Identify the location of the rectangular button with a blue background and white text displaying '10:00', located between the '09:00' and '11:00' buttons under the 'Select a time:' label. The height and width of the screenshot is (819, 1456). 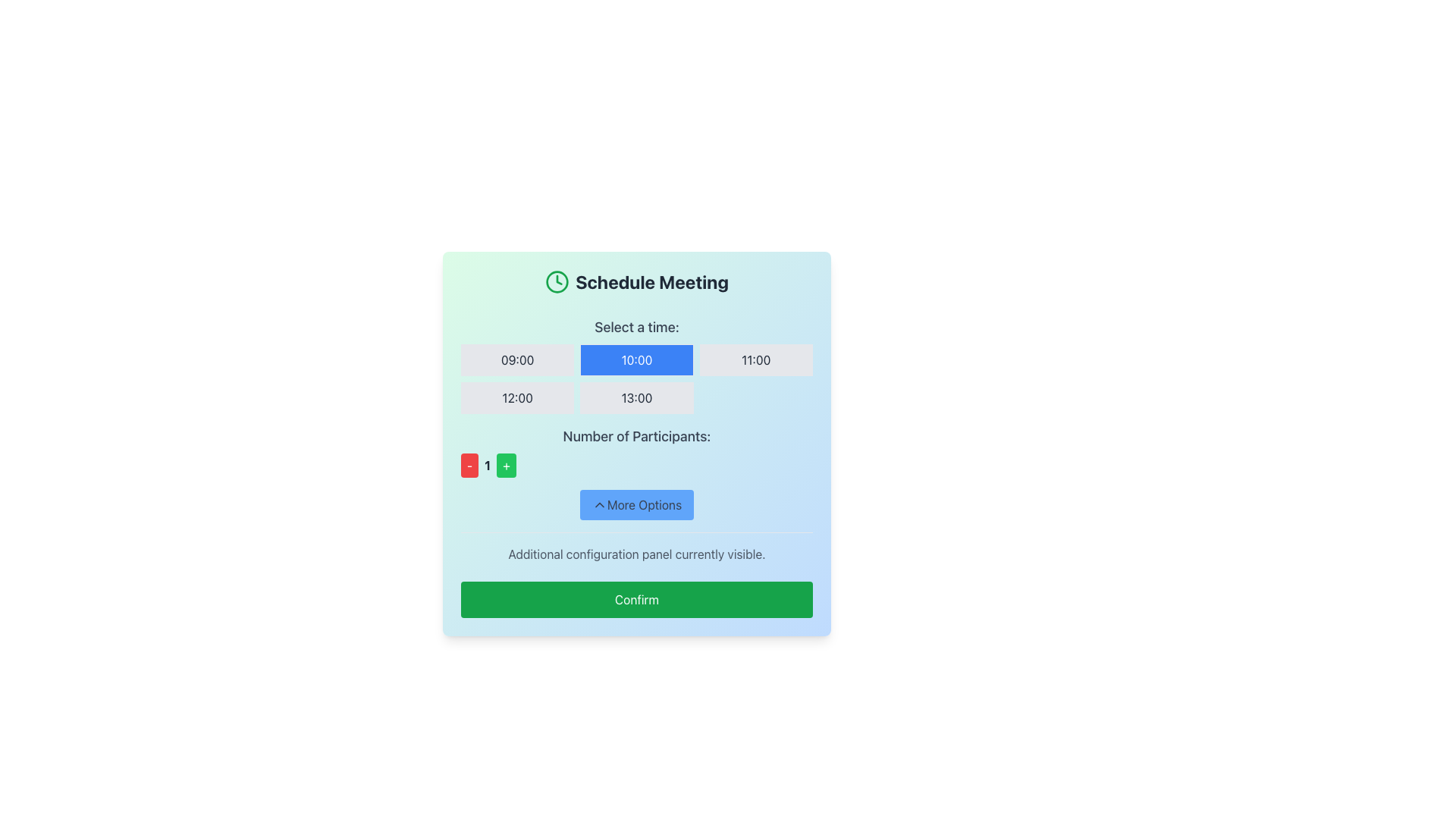
(637, 359).